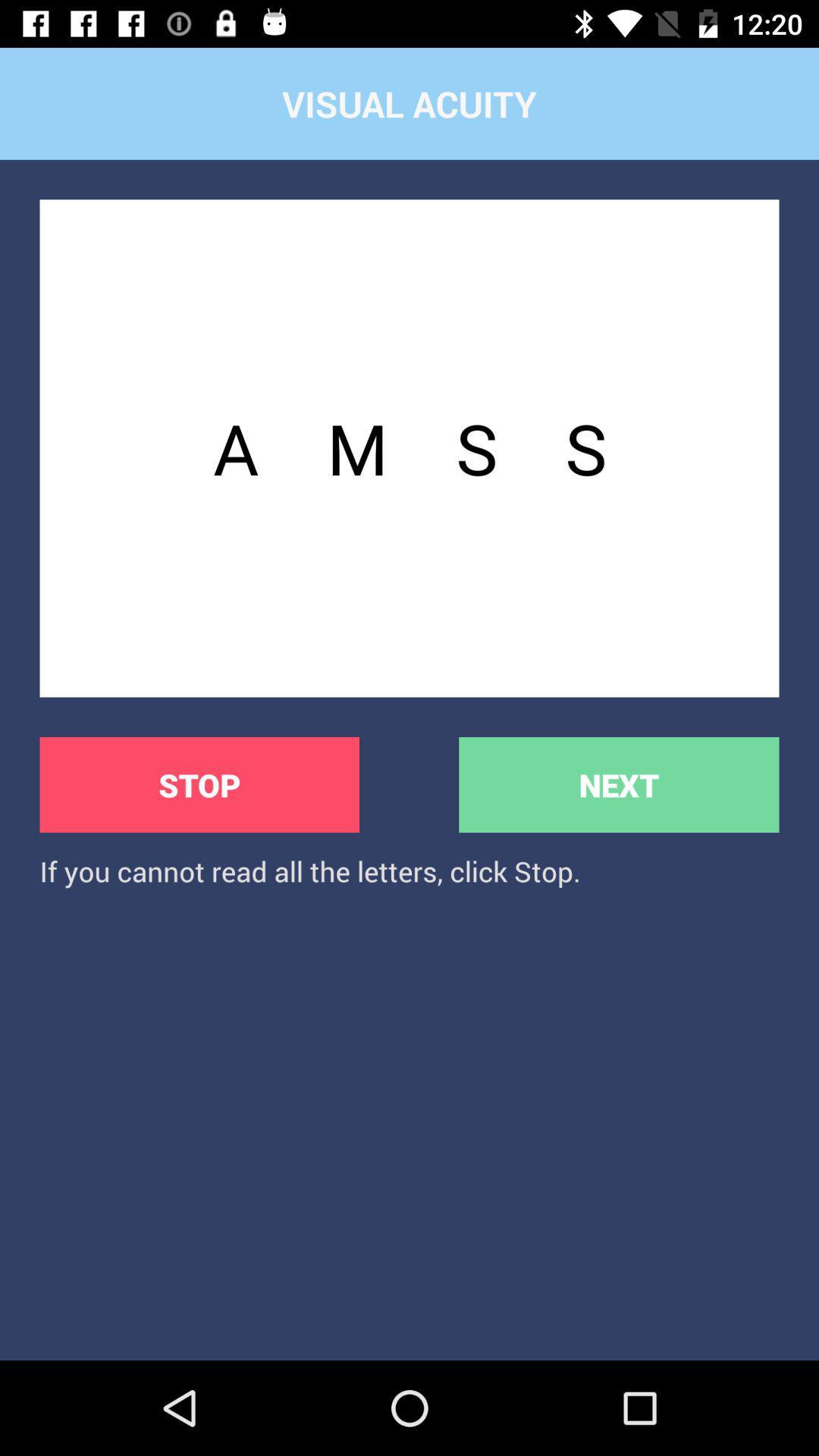  Describe the element at coordinates (619, 785) in the screenshot. I see `the button next to the stop item` at that location.